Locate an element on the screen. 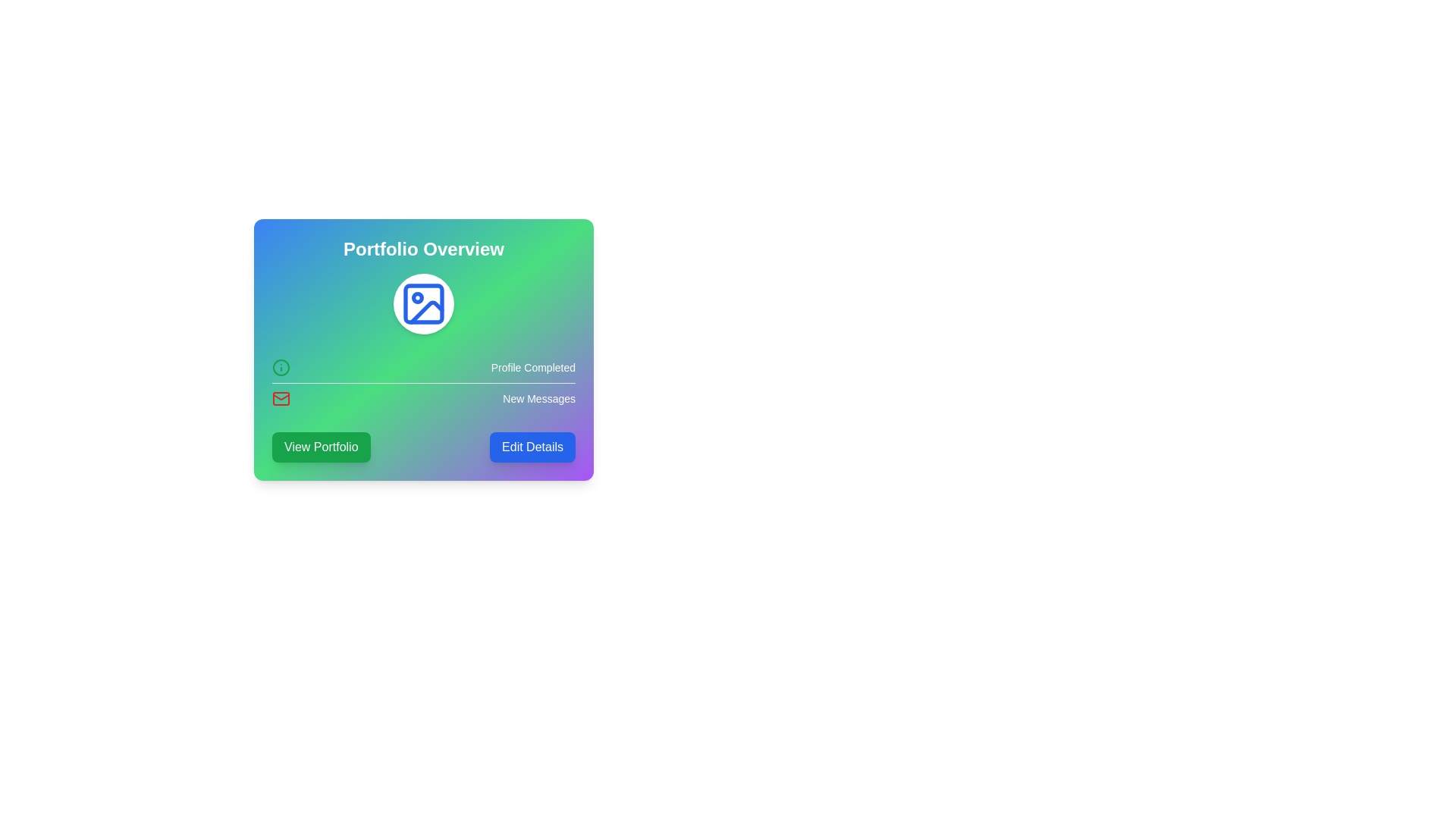  the thin horizontal line that is part of the envelope icon located in the left section of the card layout, below the profile progress indicator and aligned with the 'New Messages' label is located at coordinates (281, 396).